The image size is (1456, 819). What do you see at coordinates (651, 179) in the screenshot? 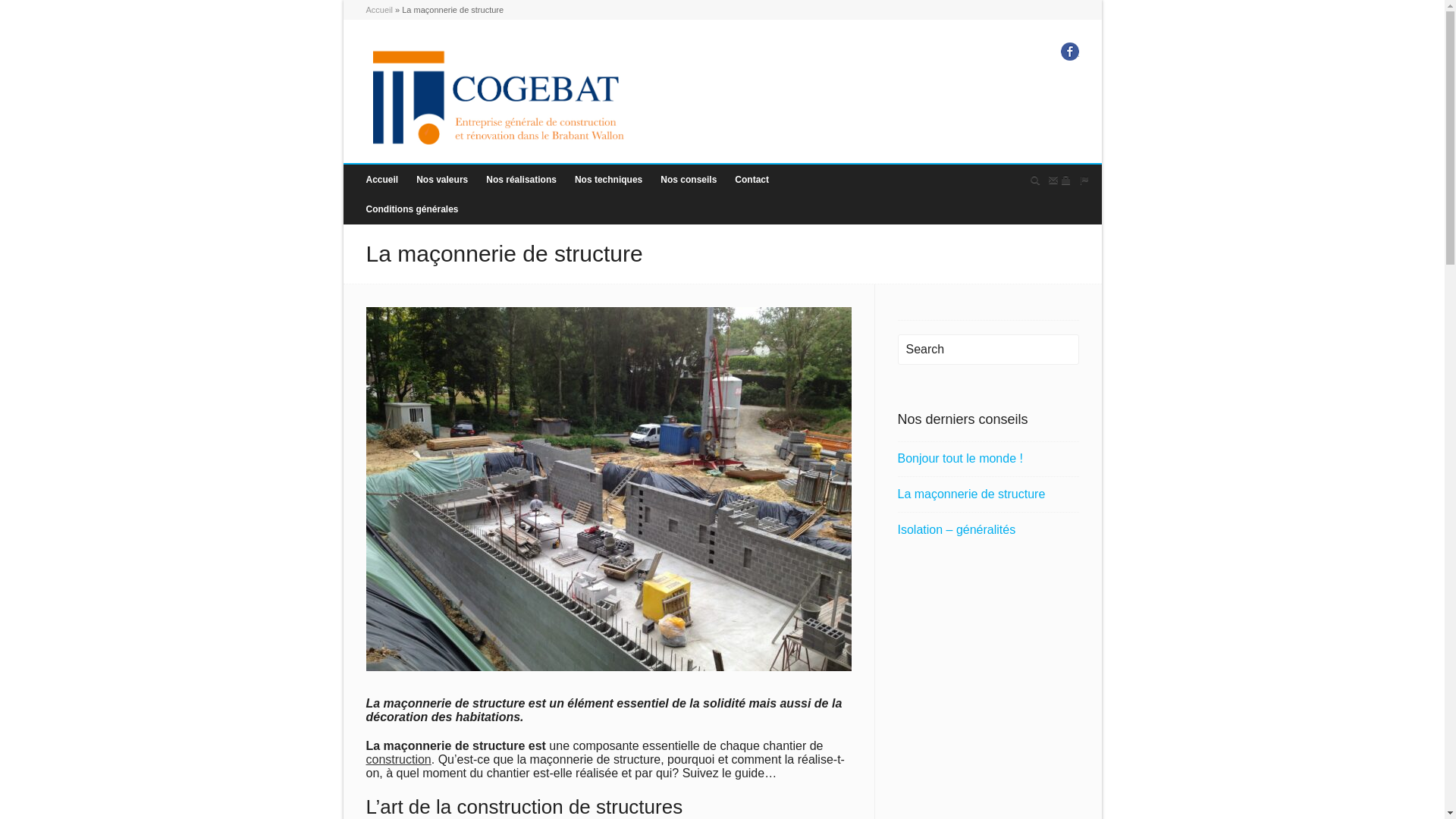
I see `'Nos conseils'` at bounding box center [651, 179].